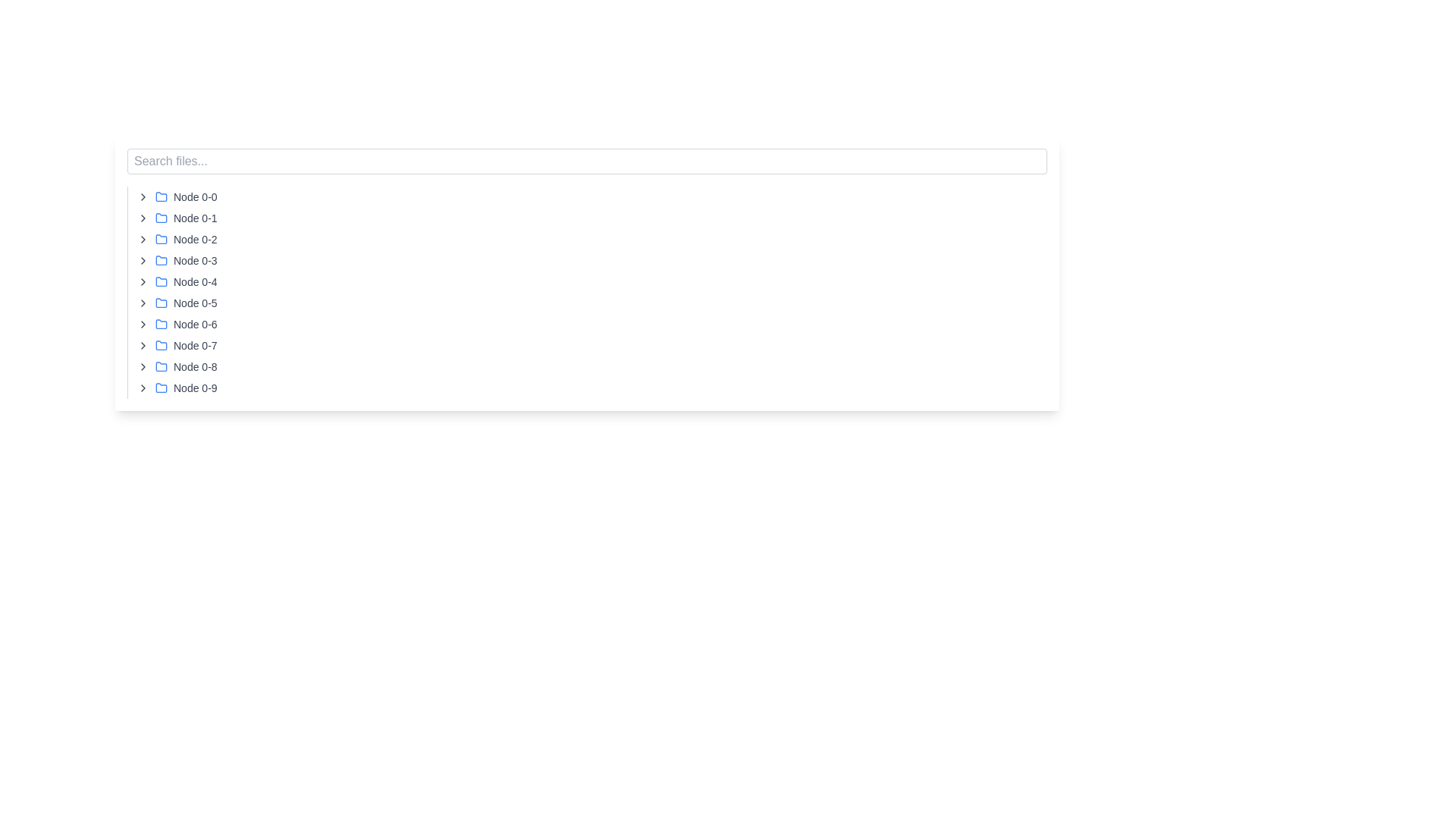 The image size is (1456, 819). I want to click on the folder icon representing the list item 'Node 0-4', which is located to the left of the text label and to the right of the arrow icon, so click(161, 281).